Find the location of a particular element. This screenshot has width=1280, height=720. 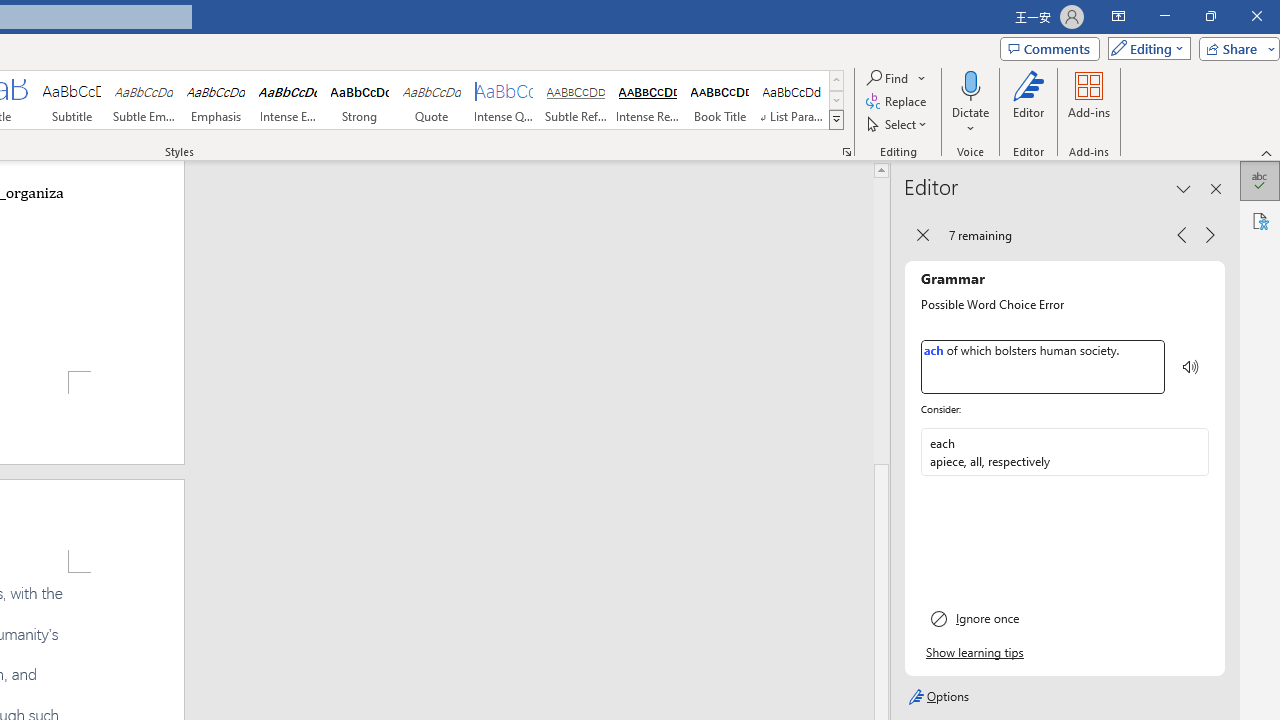

'Find' is located at coordinates (887, 77).